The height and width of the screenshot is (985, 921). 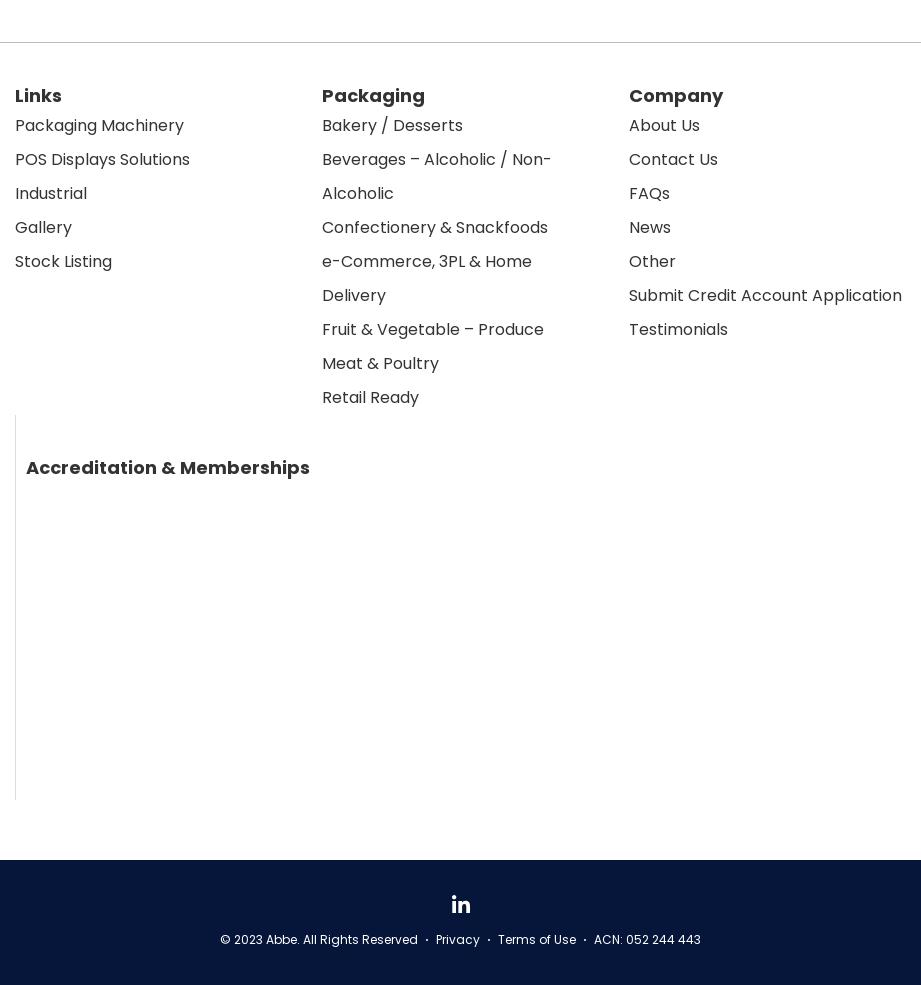 What do you see at coordinates (628, 225) in the screenshot?
I see `'News'` at bounding box center [628, 225].